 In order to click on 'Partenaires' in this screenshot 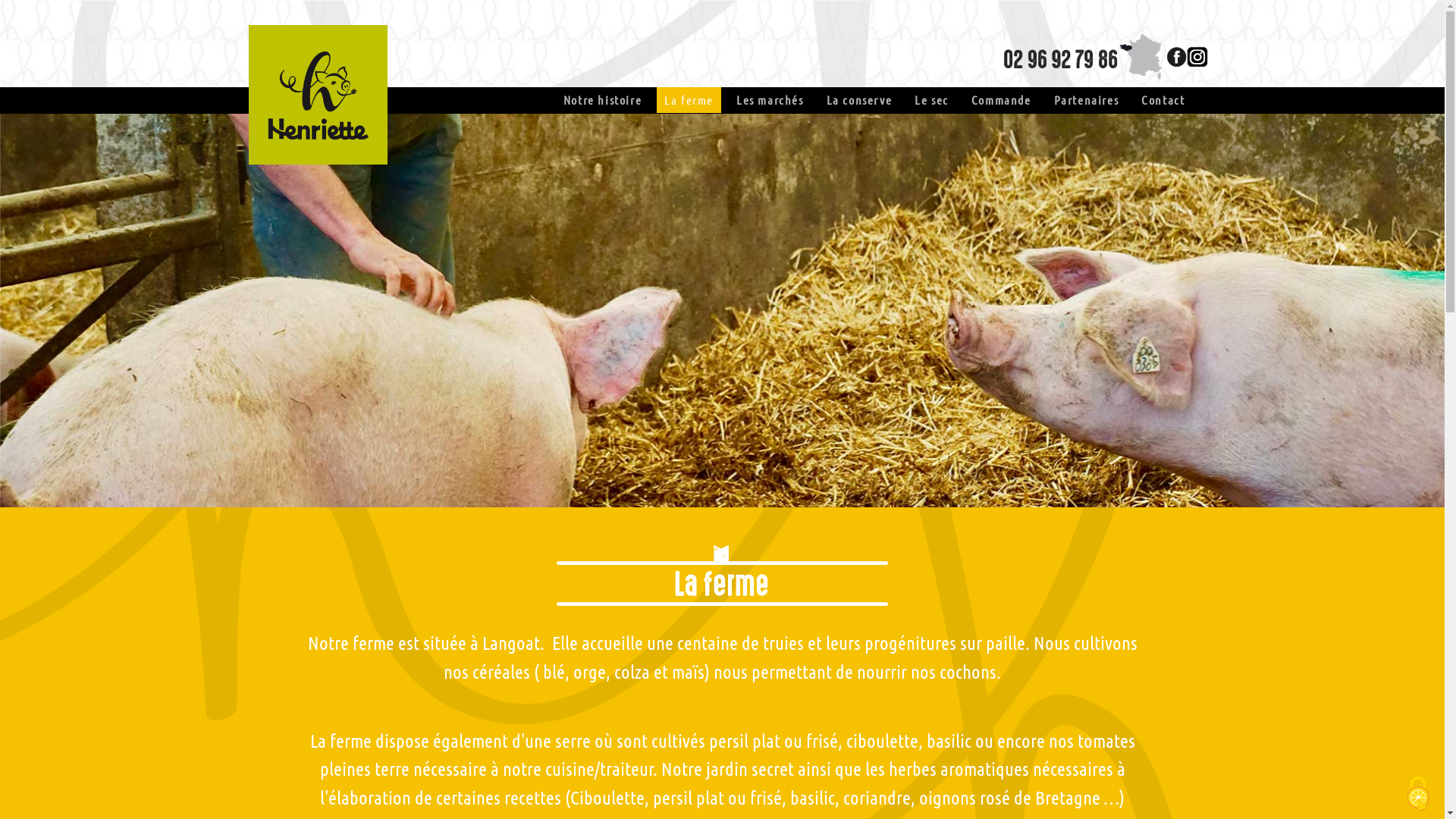, I will do `click(1086, 99)`.